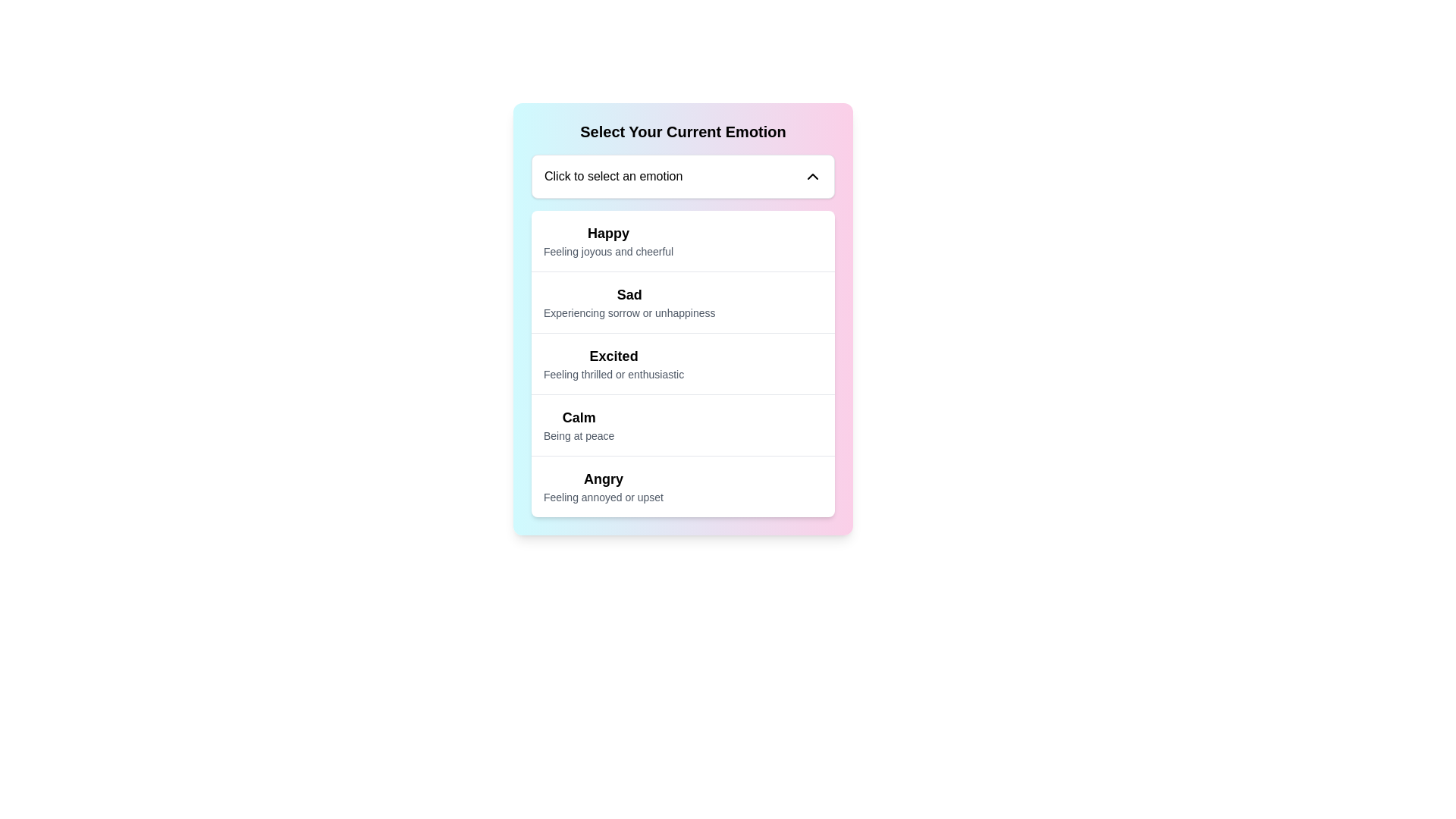  I want to click on the text label that provides additional context for the 'Excited' option in the dropdown menu, located beneath the title 'Excited', so click(613, 374).